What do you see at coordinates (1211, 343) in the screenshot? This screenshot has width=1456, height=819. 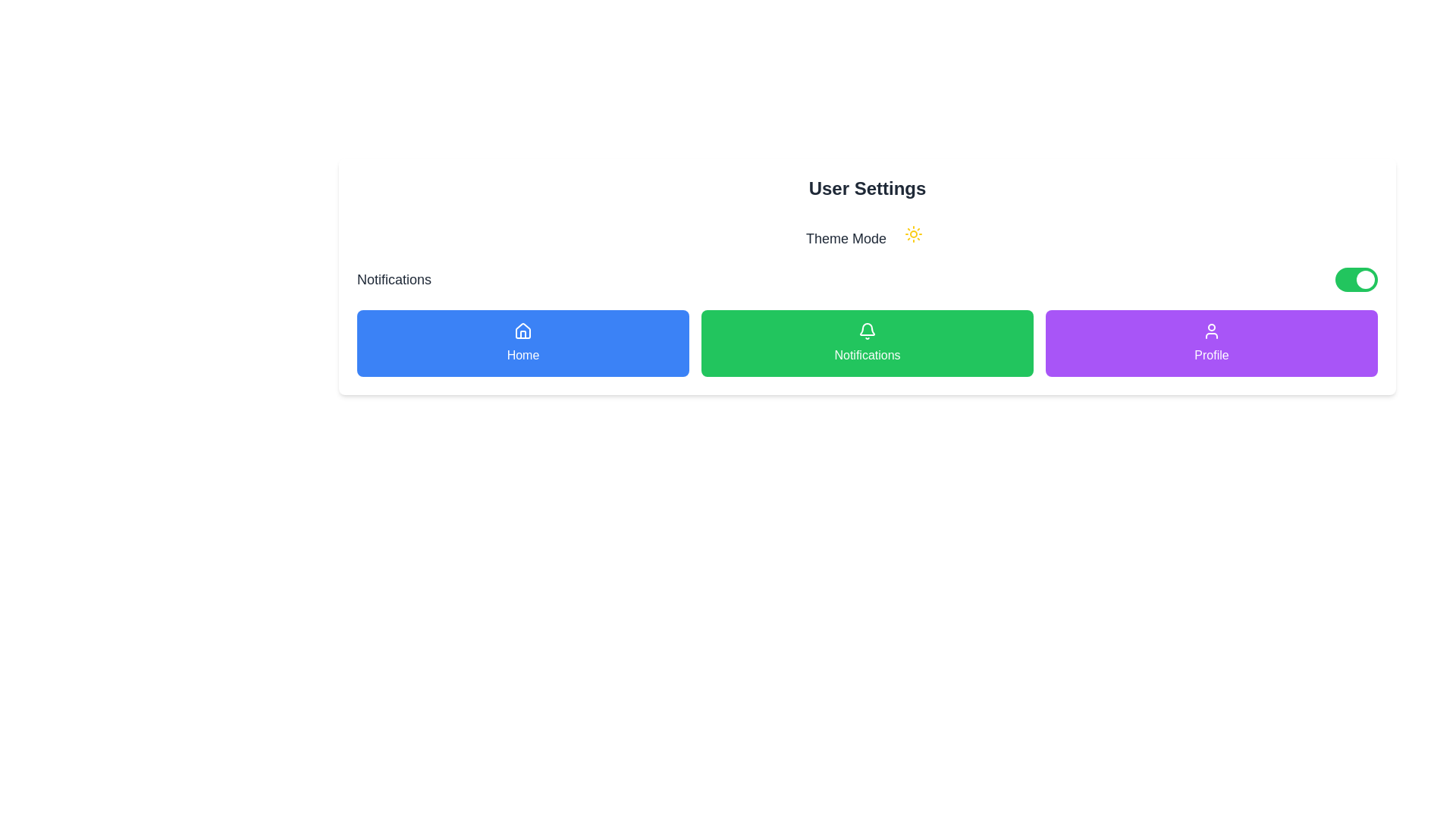 I see `the rightmost button in the horizontal row of three buttons` at bounding box center [1211, 343].